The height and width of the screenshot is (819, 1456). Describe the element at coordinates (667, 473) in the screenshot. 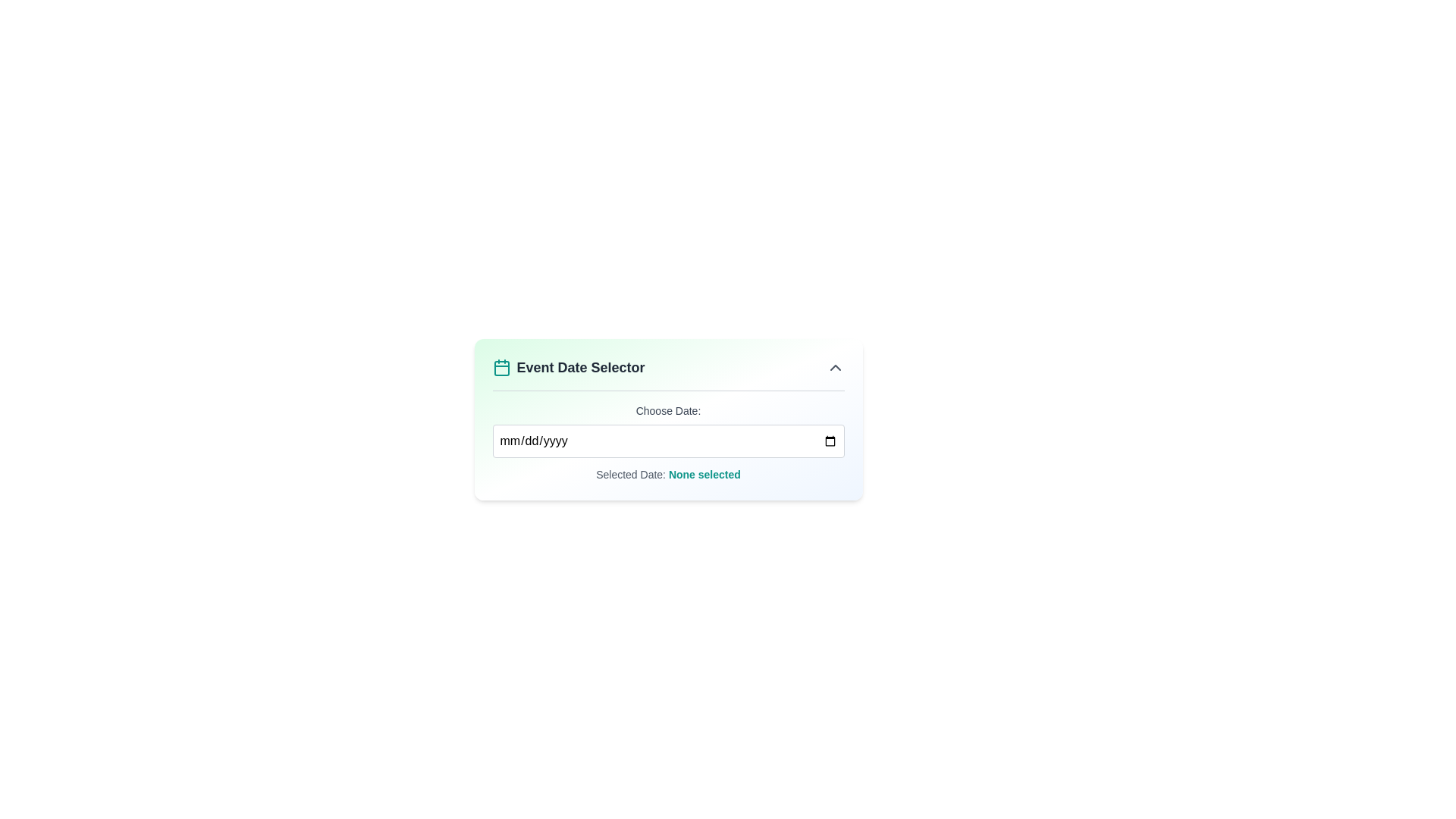

I see `the Text Label that indicates the status of the date selection, which initially states that no date has been selected` at that location.